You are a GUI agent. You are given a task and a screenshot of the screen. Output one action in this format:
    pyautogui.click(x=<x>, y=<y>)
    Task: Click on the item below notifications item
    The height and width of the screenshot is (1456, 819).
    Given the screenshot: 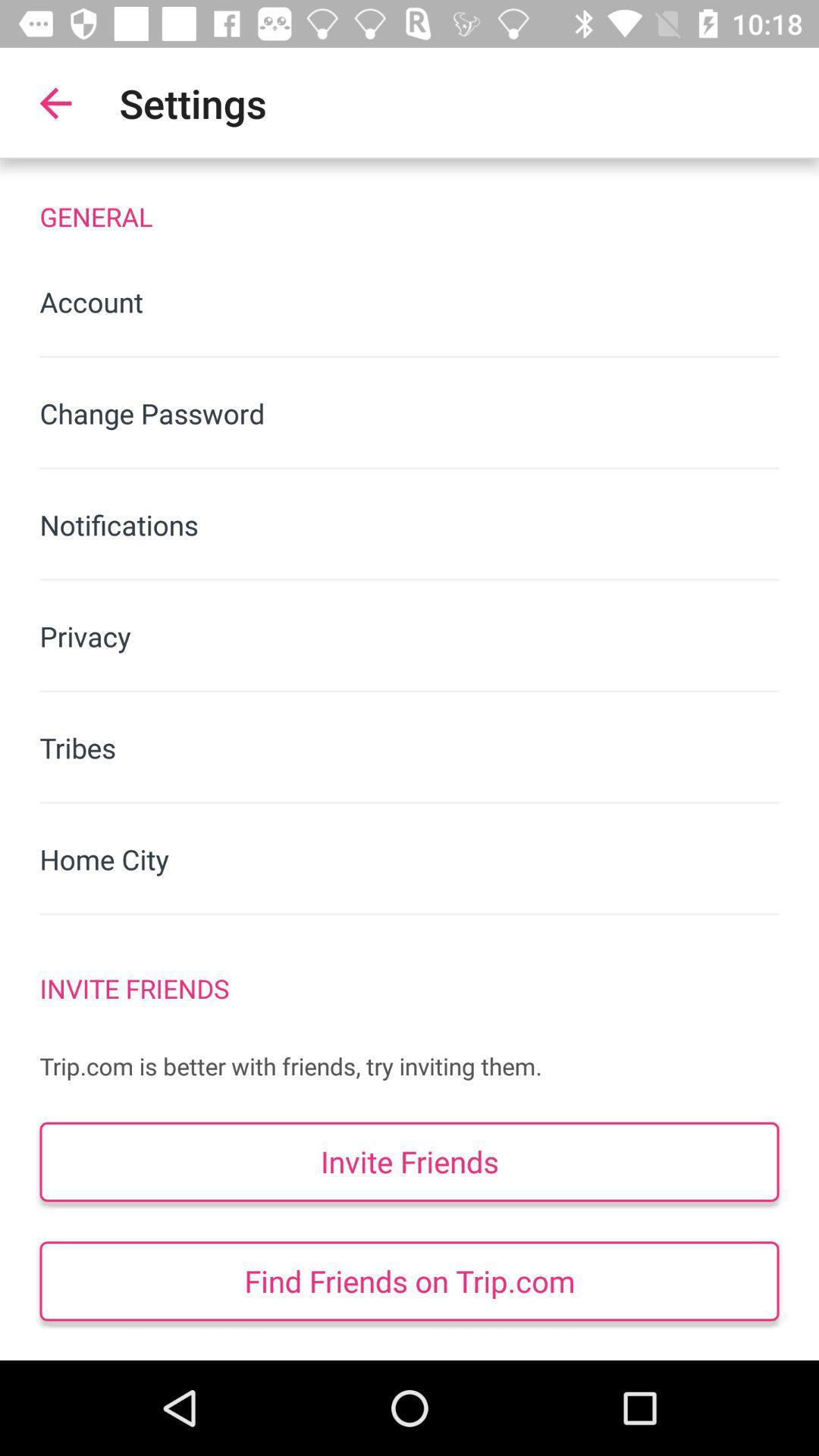 What is the action you would take?
    pyautogui.click(x=409, y=636)
    